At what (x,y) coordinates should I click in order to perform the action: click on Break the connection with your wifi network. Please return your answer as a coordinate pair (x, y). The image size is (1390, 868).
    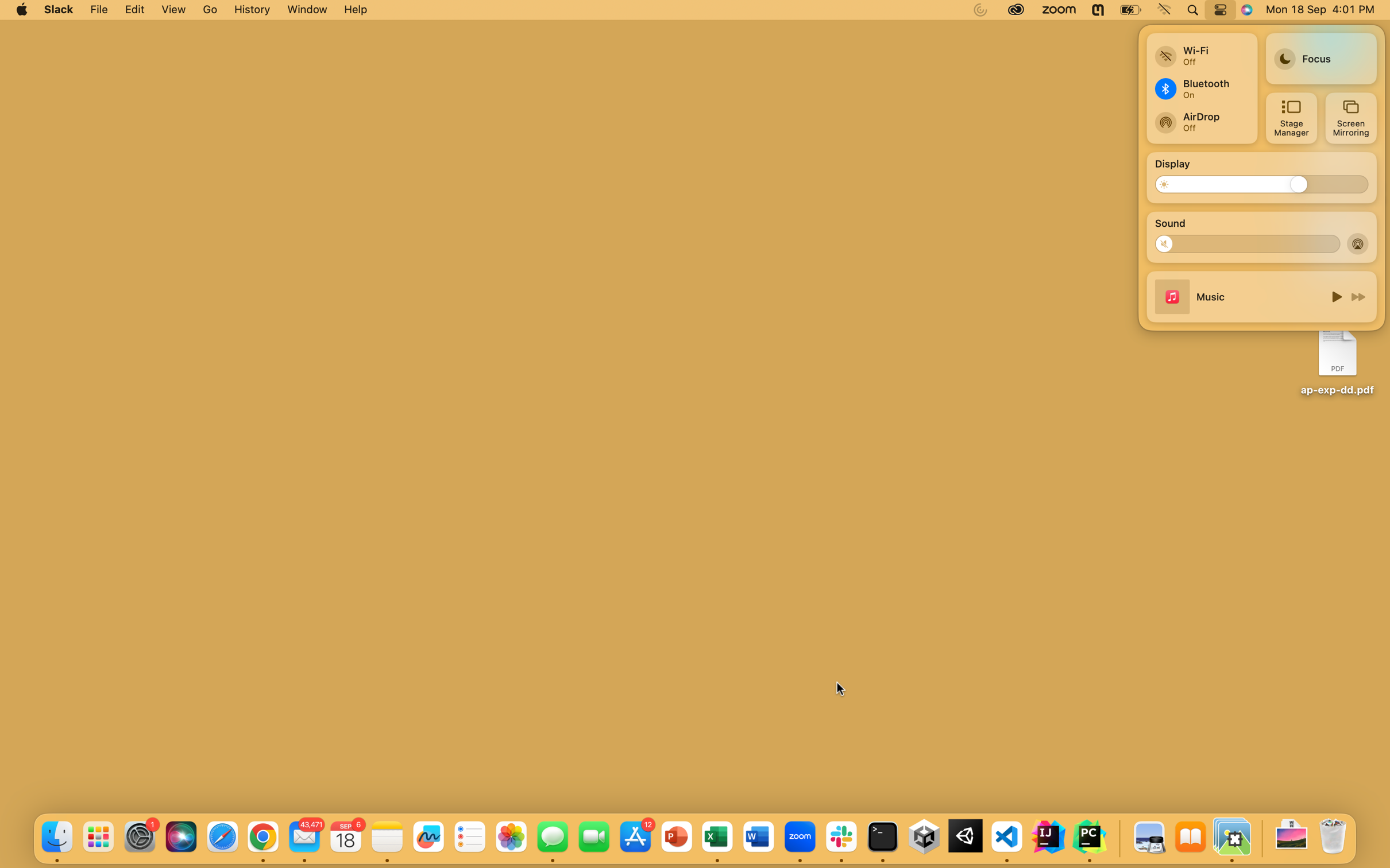
    Looking at the image, I should click on (1200, 51).